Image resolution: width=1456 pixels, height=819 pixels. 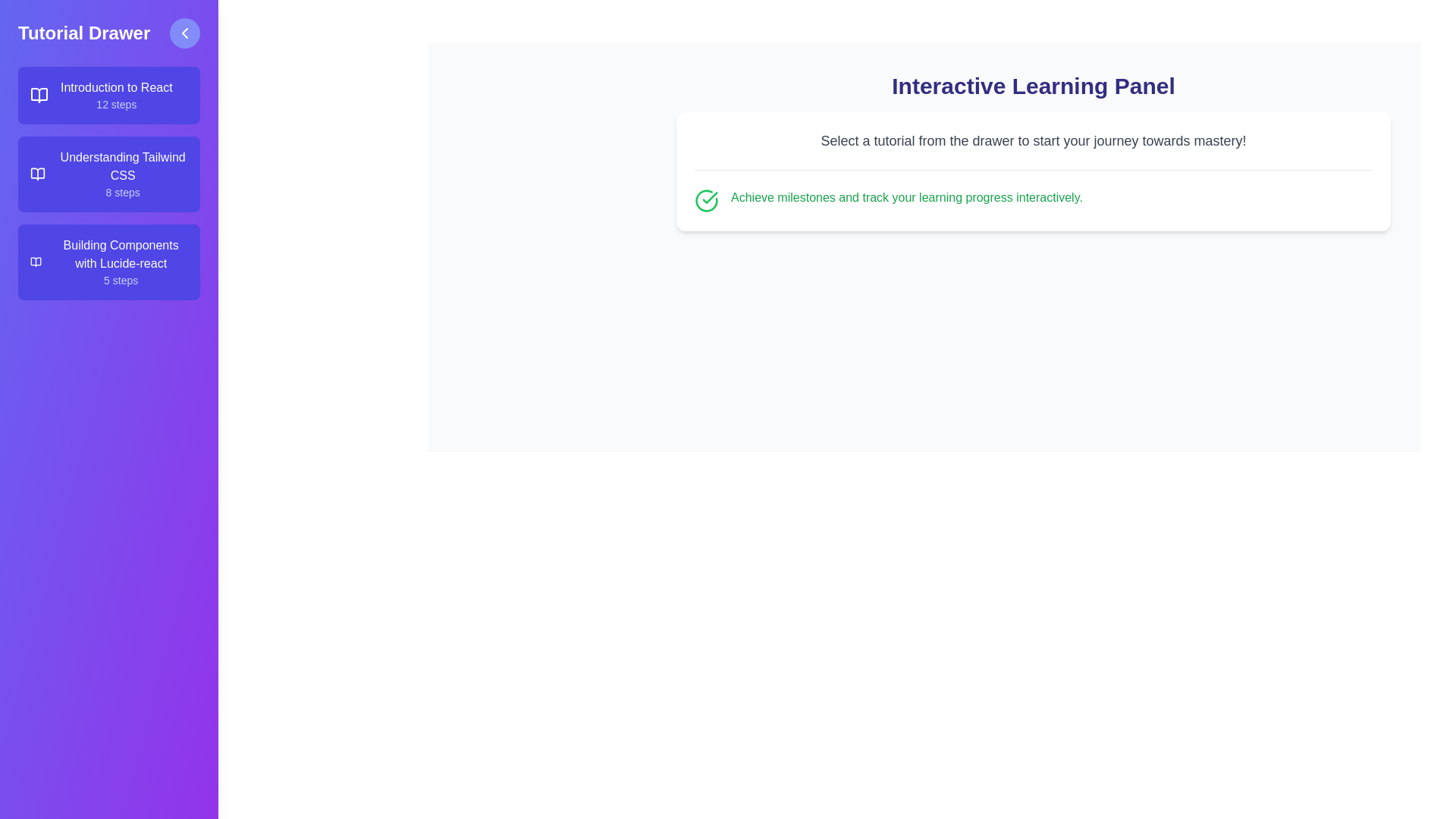 What do you see at coordinates (108, 174) in the screenshot?
I see `the tutorial titled Understanding Tailwind CSS from the list` at bounding box center [108, 174].